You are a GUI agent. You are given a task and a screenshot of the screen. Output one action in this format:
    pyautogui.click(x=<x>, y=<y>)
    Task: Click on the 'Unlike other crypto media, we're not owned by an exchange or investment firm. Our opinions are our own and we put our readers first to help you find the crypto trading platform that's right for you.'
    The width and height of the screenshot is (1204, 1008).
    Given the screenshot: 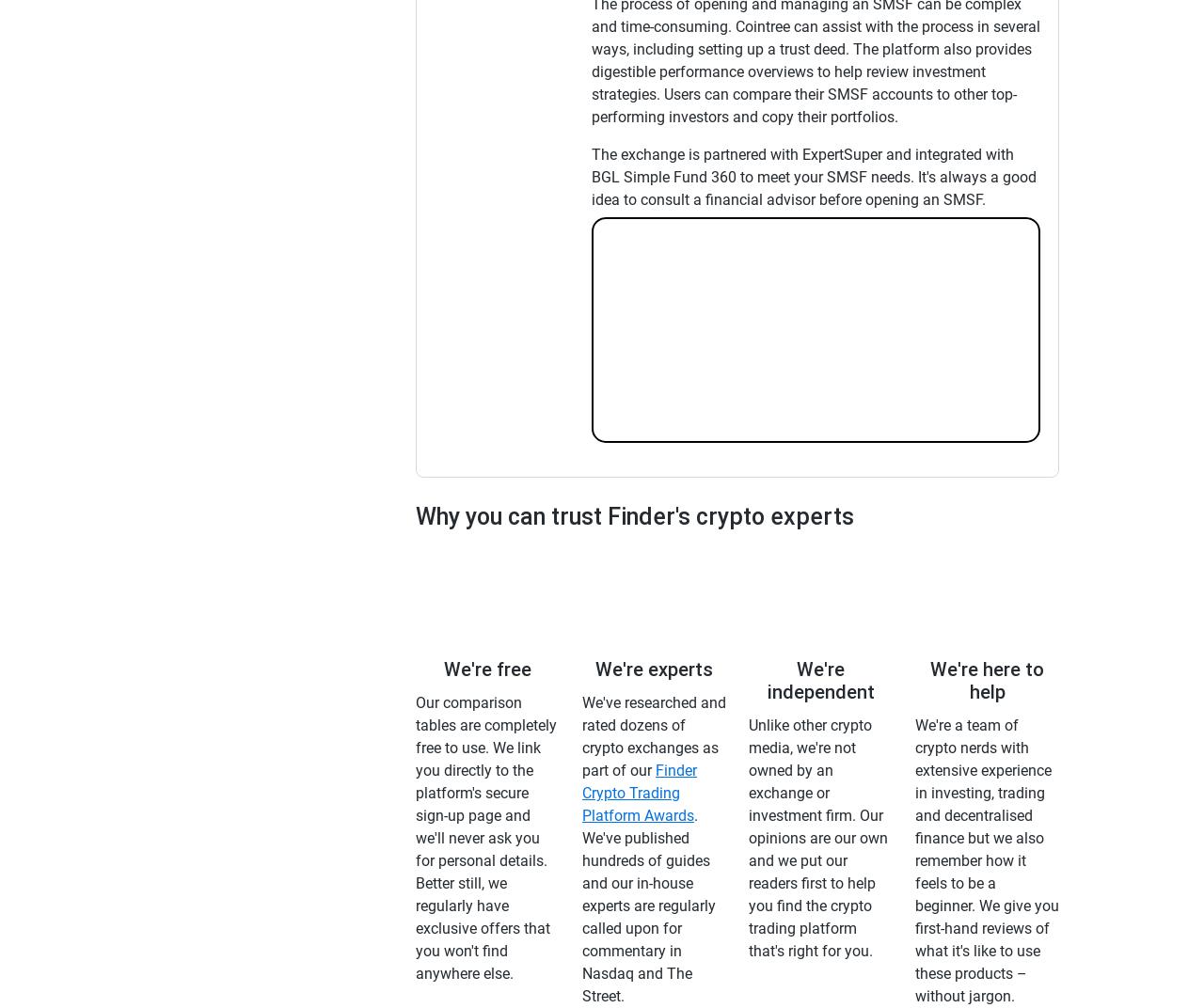 What is the action you would take?
    pyautogui.click(x=818, y=838)
    